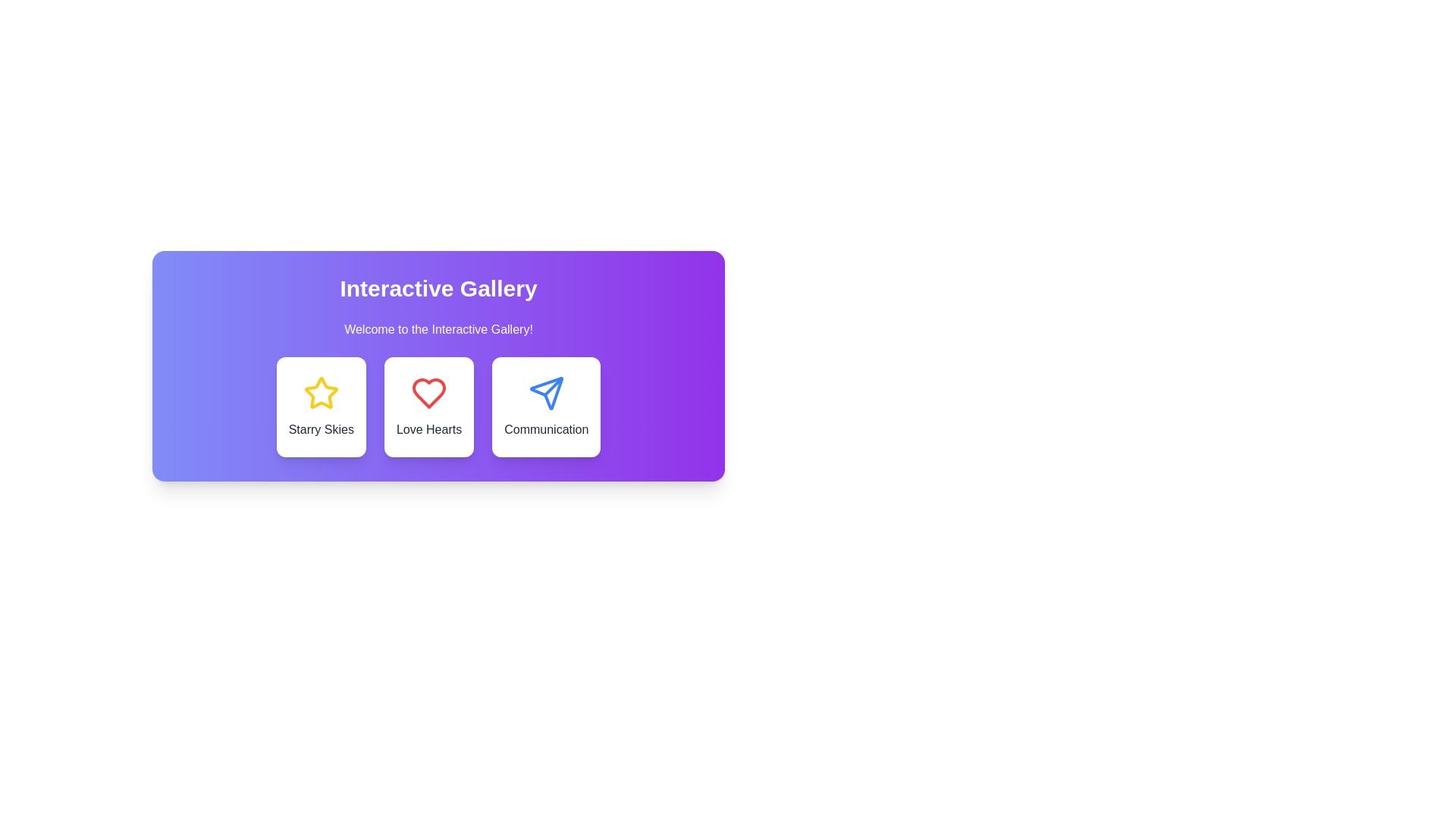  Describe the element at coordinates (546, 406) in the screenshot. I see `the Card button element labeled 'Communication', which features a blue paper-plane icon and is the third card in a group of three` at that location.